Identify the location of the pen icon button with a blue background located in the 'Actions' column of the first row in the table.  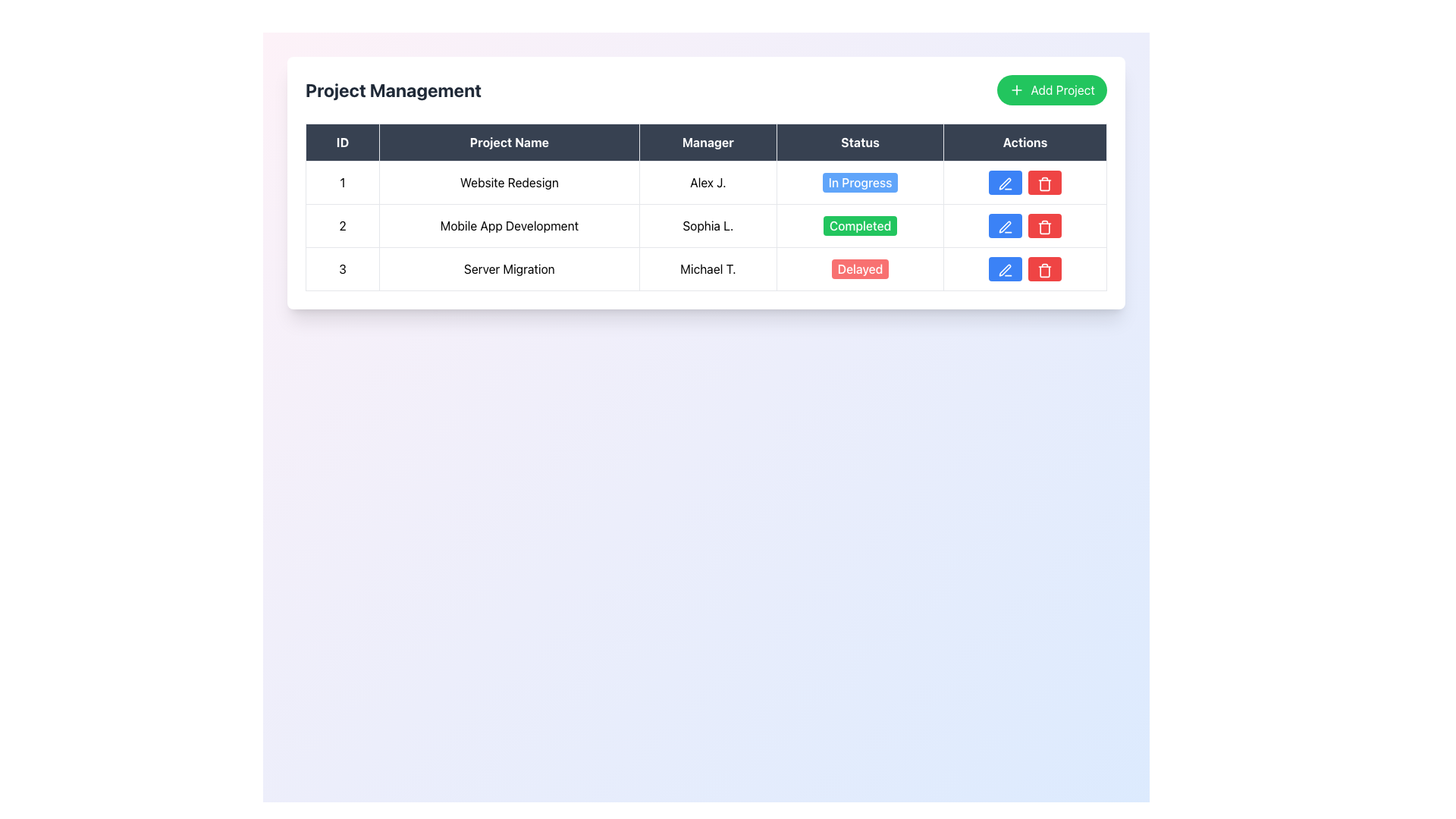
(1006, 183).